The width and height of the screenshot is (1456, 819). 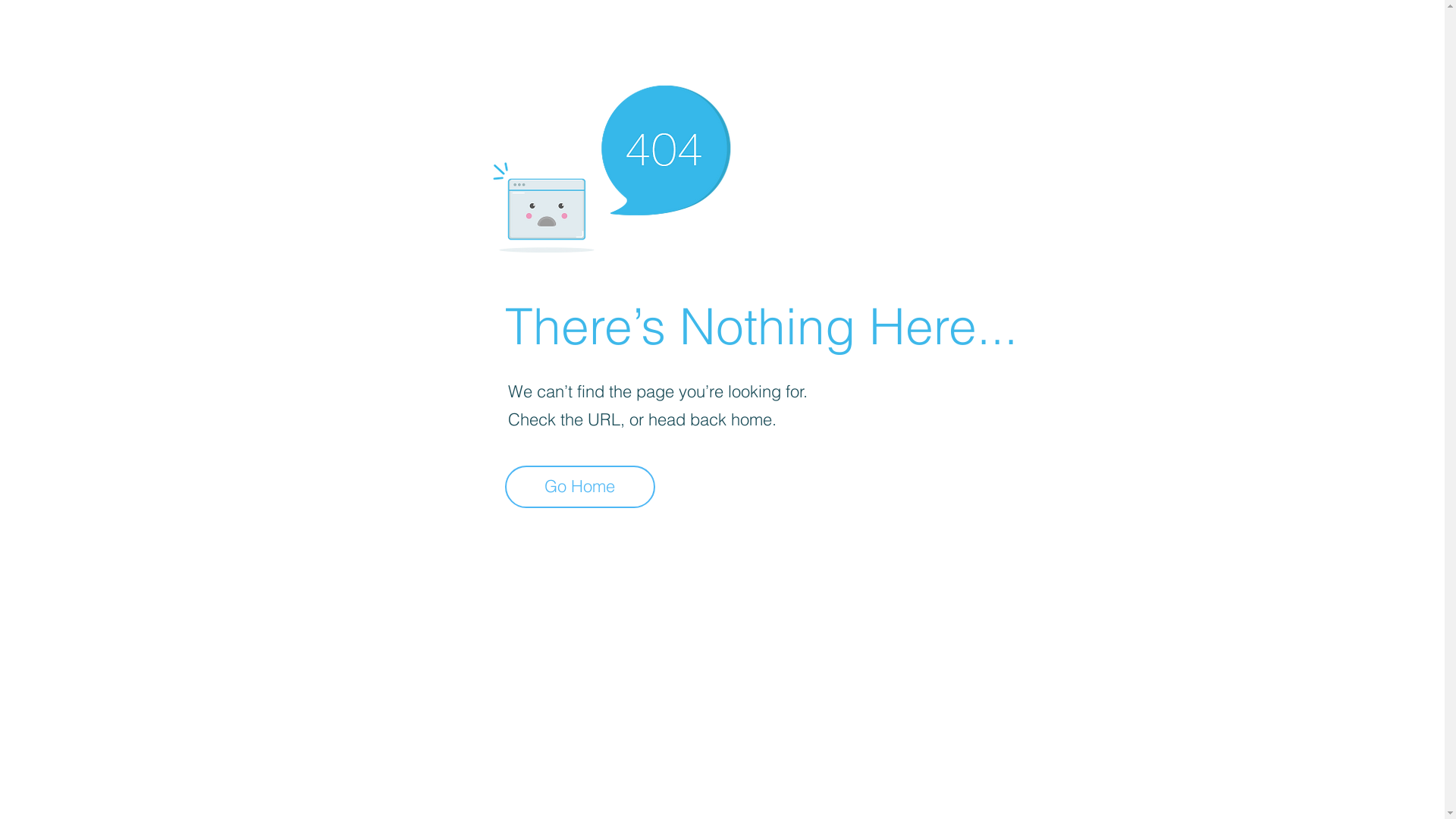 What do you see at coordinates (579, 486) in the screenshot?
I see `'Go Home'` at bounding box center [579, 486].